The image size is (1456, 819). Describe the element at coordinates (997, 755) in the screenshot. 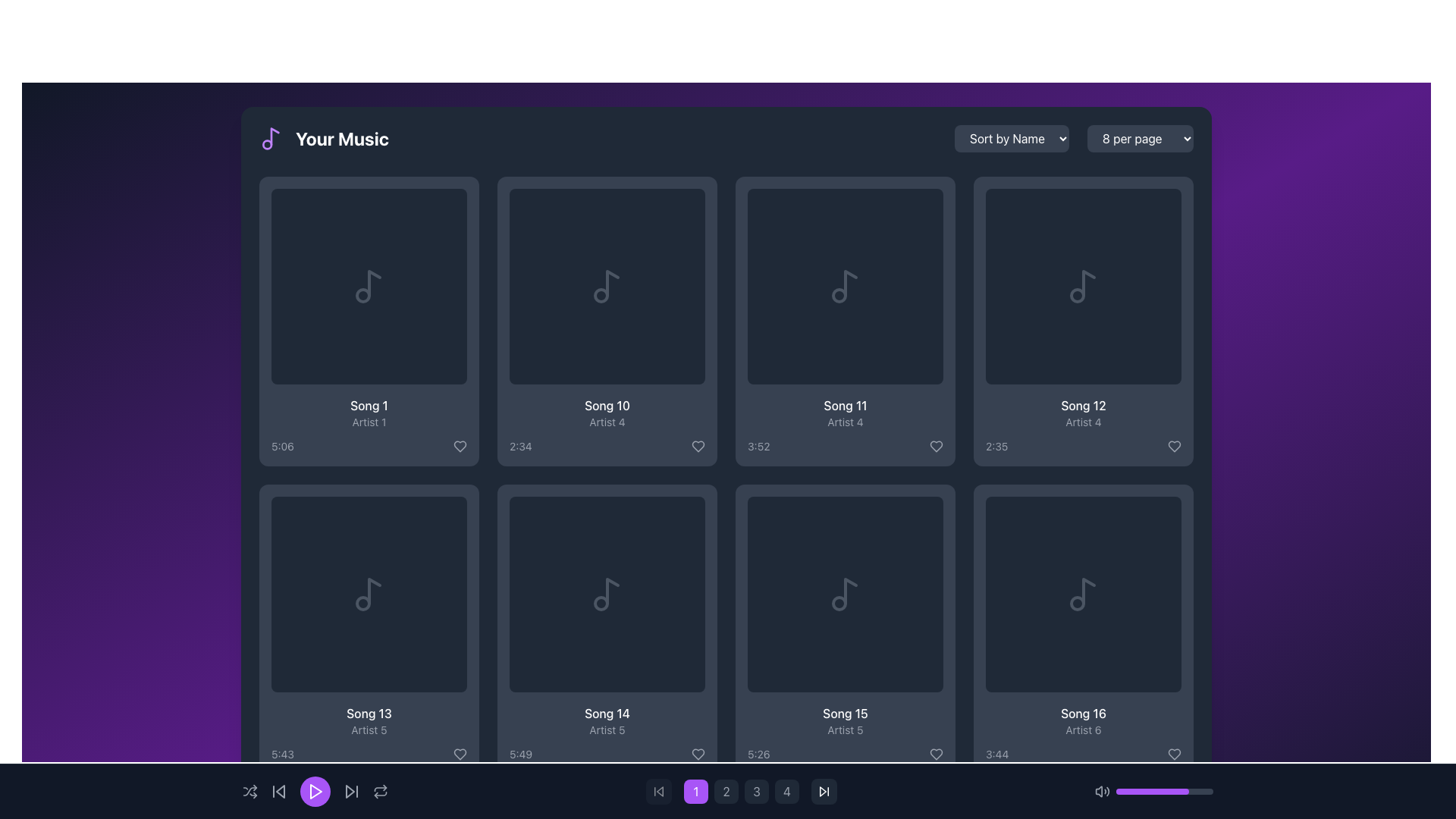

I see `the text label displaying the time '3:44', which is styled in gray and positioned below 'Song 16' in the grid layout of songs` at that location.